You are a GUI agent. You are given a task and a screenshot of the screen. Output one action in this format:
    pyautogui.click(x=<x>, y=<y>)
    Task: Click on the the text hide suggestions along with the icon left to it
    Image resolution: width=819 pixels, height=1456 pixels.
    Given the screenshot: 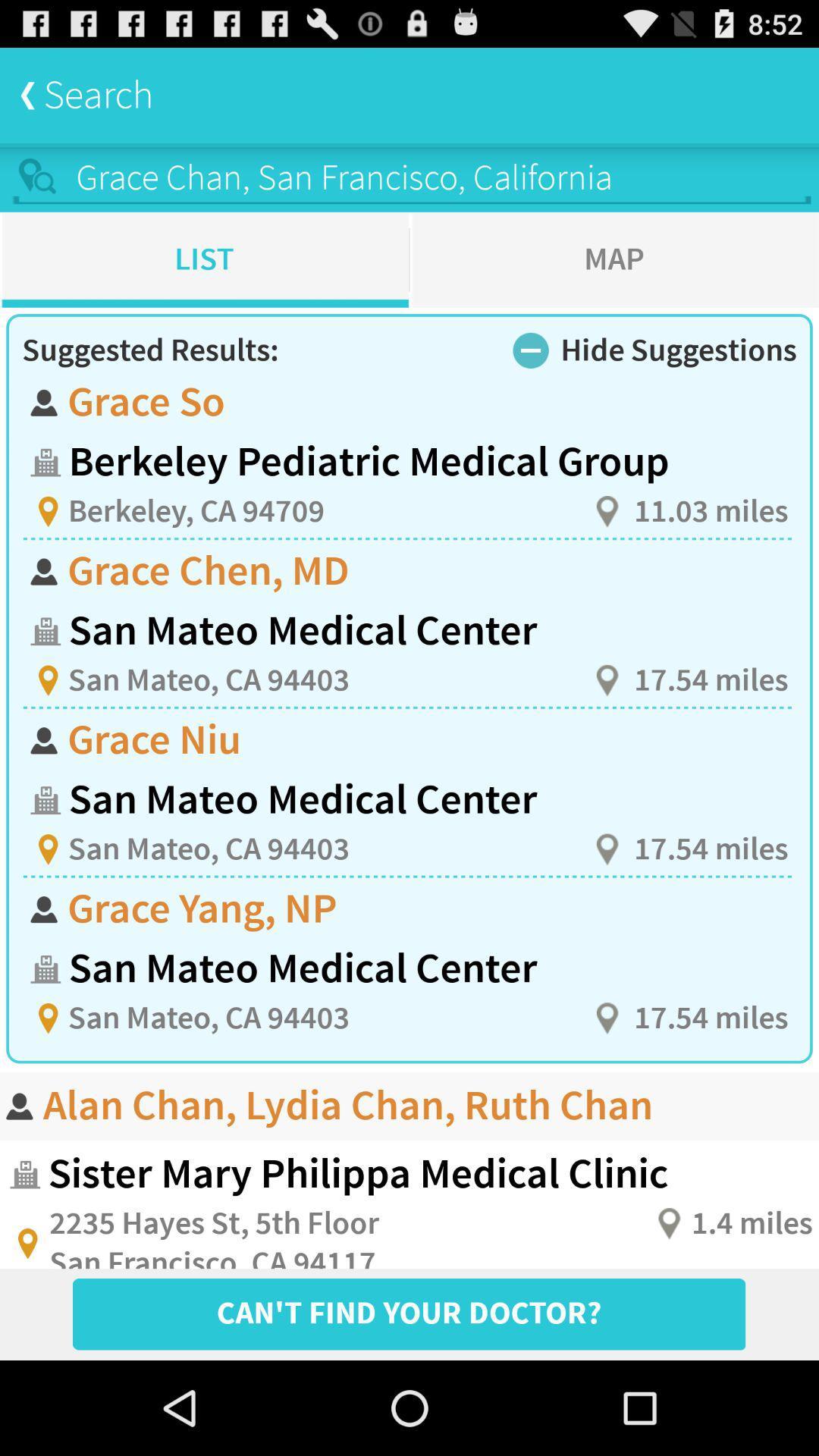 What is the action you would take?
    pyautogui.click(x=654, y=350)
    